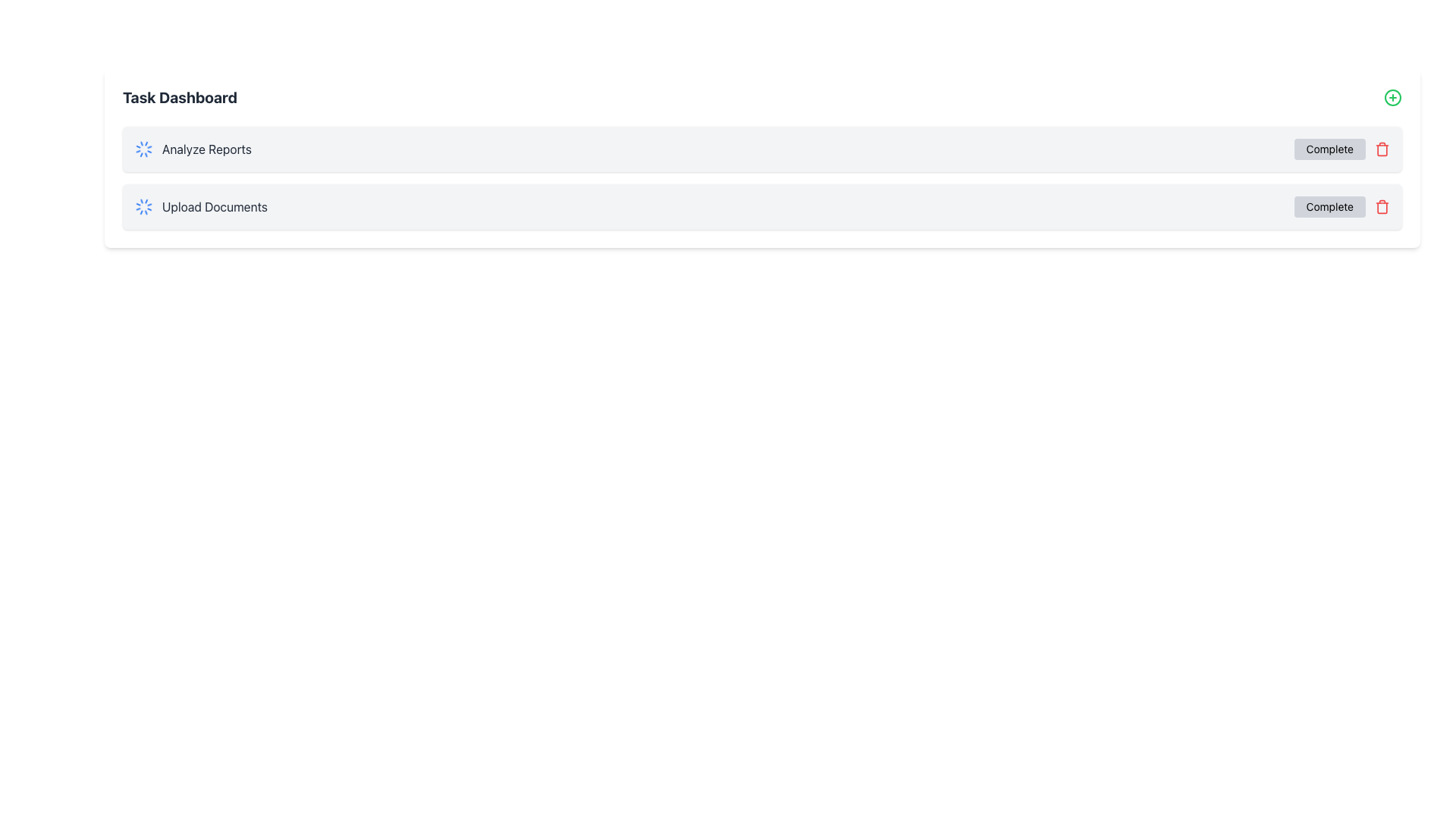 The image size is (1456, 819). I want to click on the 'Analyze Reports' task element with an animated loader icon in the 'Task Dashboard', so click(192, 149).